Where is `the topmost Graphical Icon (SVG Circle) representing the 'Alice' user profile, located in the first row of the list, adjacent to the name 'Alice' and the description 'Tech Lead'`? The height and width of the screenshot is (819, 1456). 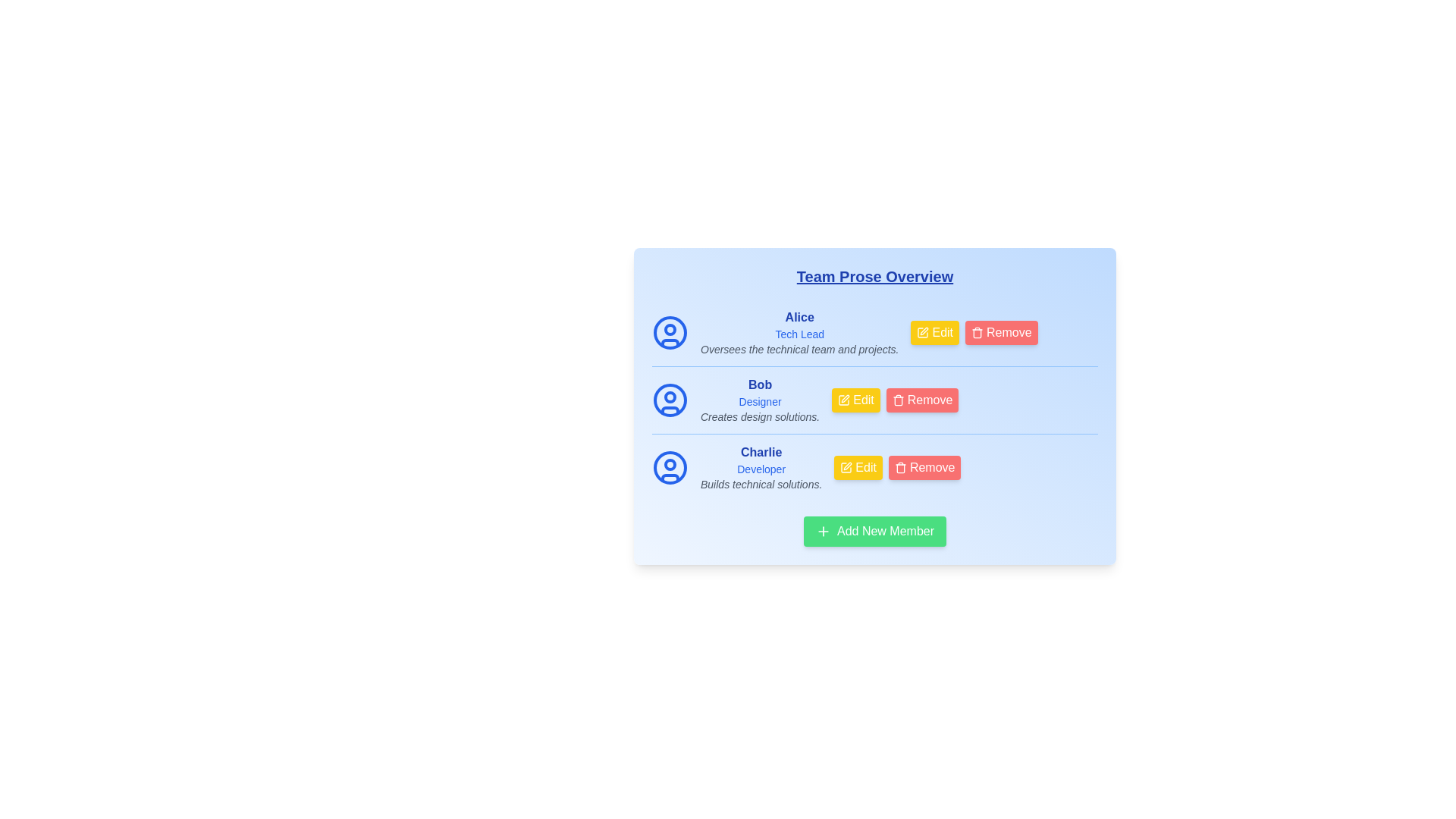
the topmost Graphical Icon (SVG Circle) representing the 'Alice' user profile, located in the first row of the list, adjacent to the name 'Alice' and the description 'Tech Lead' is located at coordinates (669, 332).